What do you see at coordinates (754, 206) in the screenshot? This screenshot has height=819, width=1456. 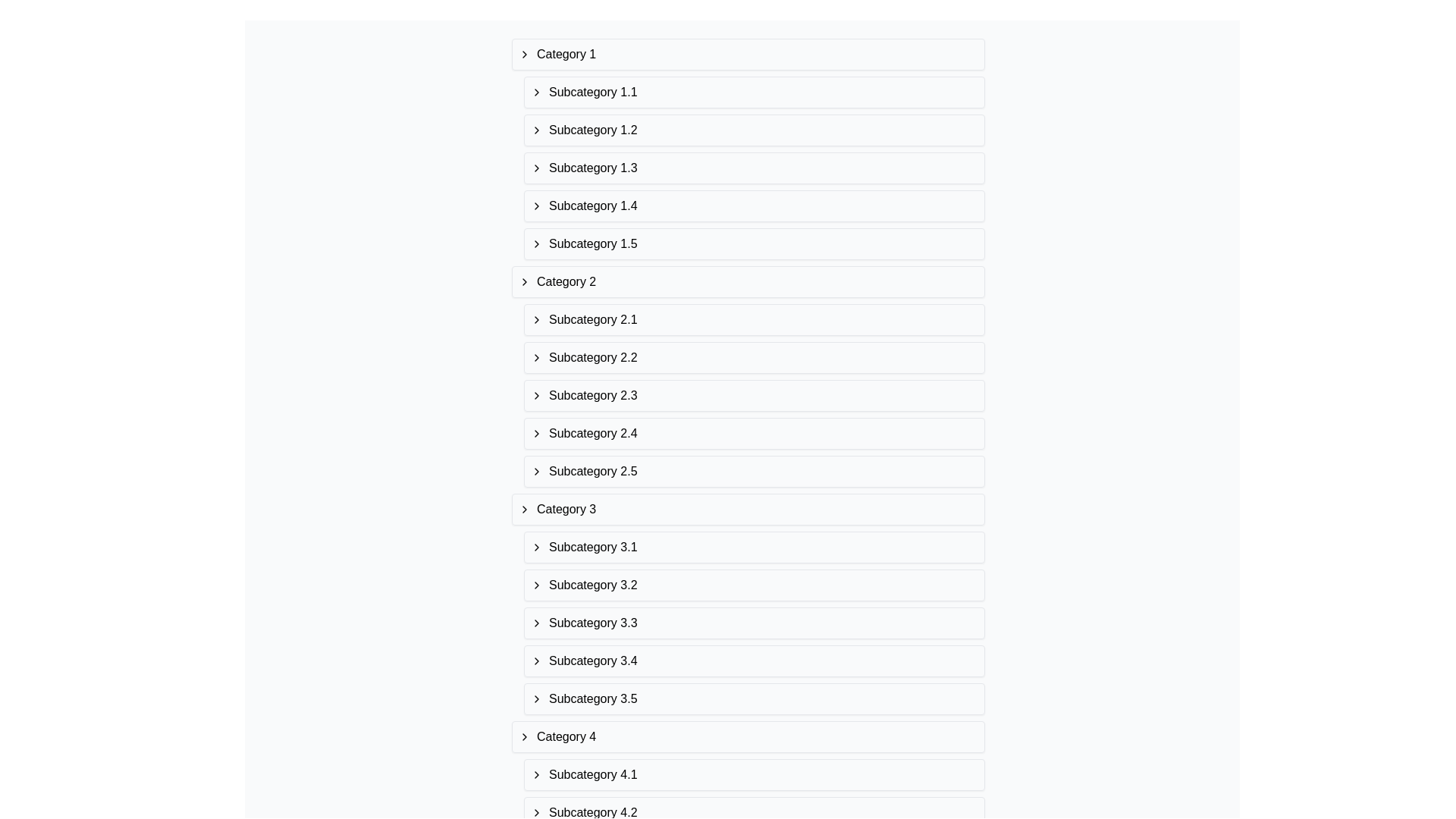 I see `the fourth list item under 'Category 1' labeled 'Subcategory 1.4'` at bounding box center [754, 206].